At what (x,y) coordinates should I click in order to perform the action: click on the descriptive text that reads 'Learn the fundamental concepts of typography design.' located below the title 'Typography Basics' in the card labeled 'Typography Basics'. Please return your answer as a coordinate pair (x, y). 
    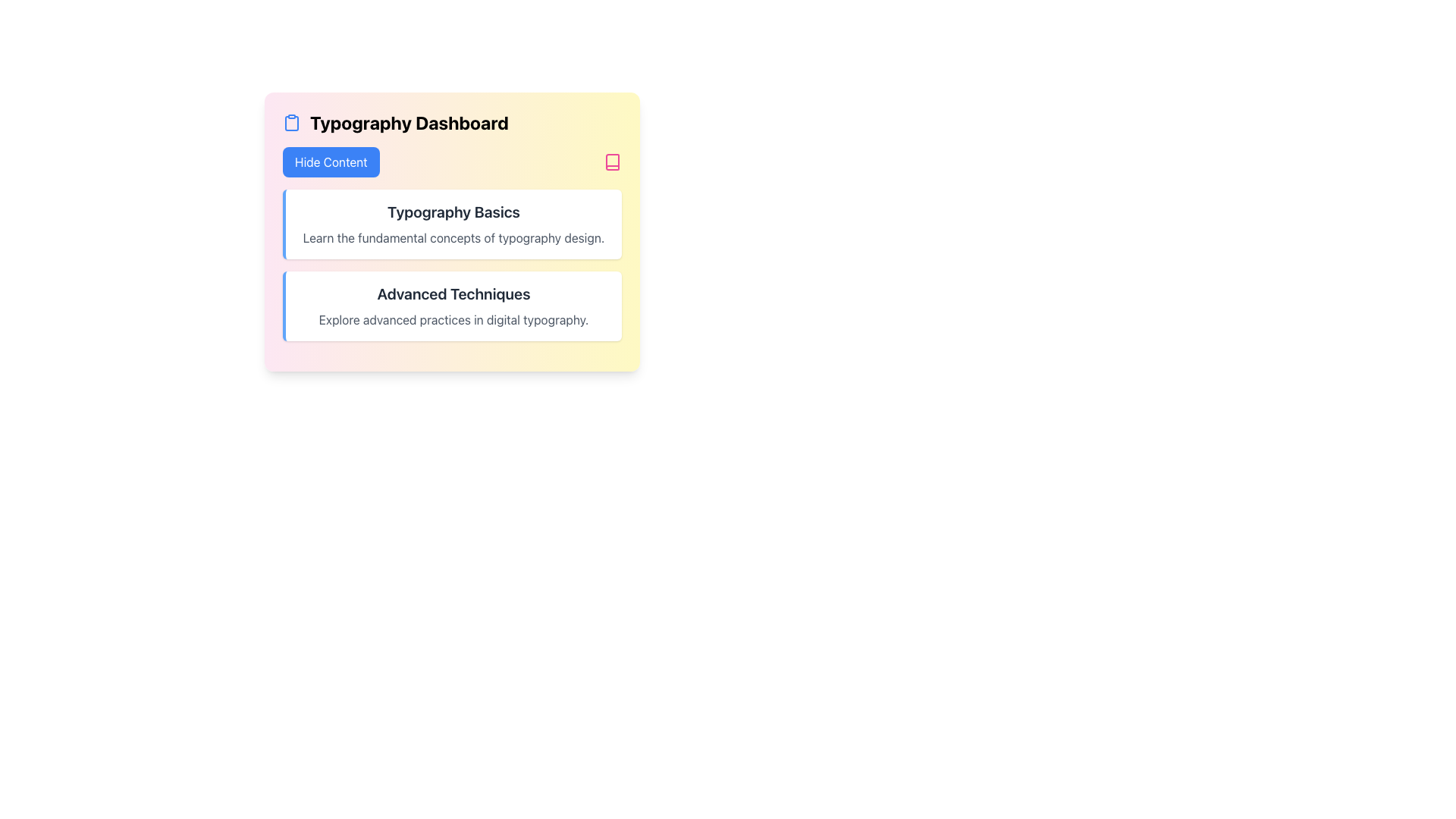
    Looking at the image, I should click on (453, 237).